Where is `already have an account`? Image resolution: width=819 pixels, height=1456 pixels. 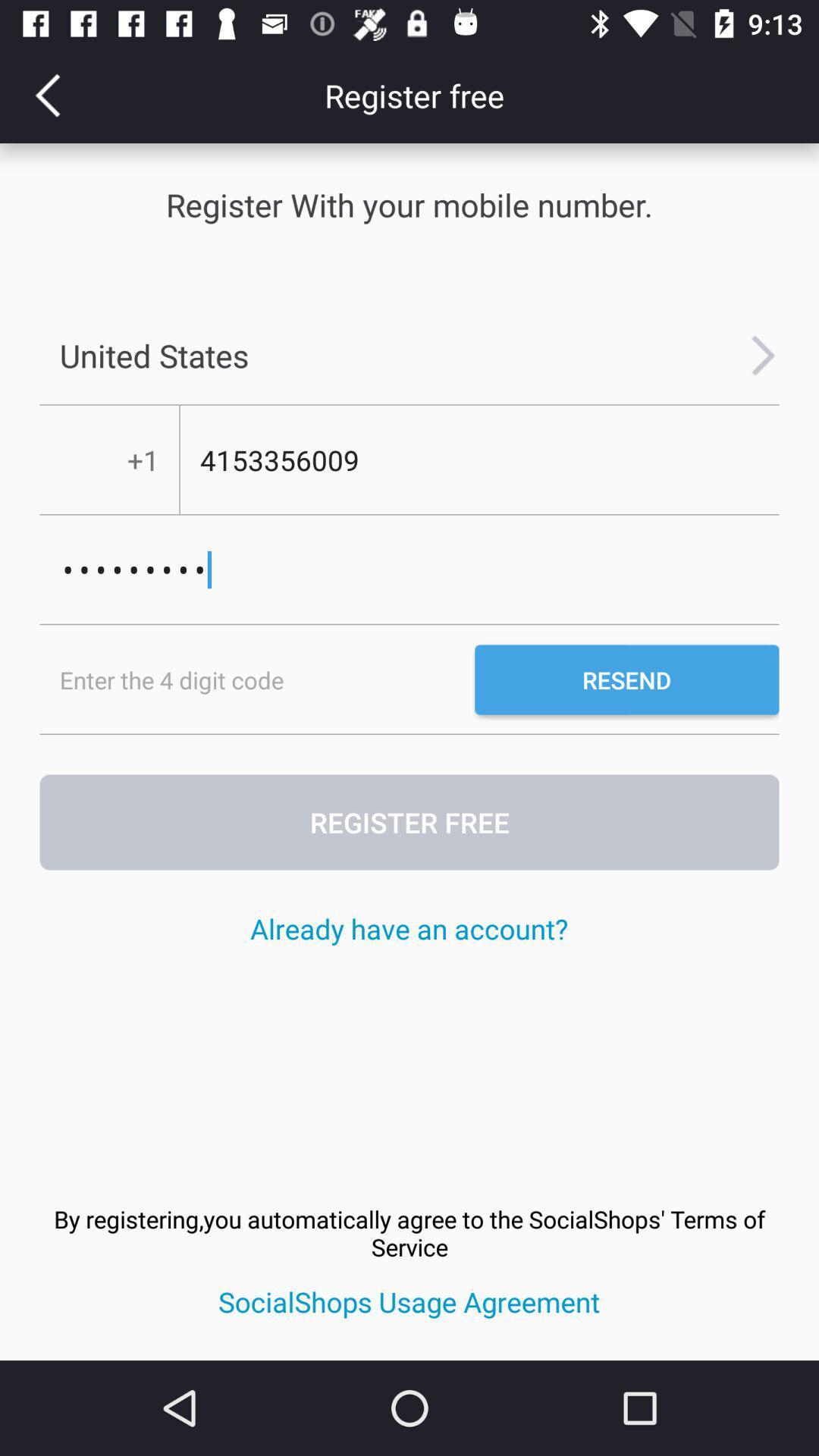
already have an account is located at coordinates (408, 927).